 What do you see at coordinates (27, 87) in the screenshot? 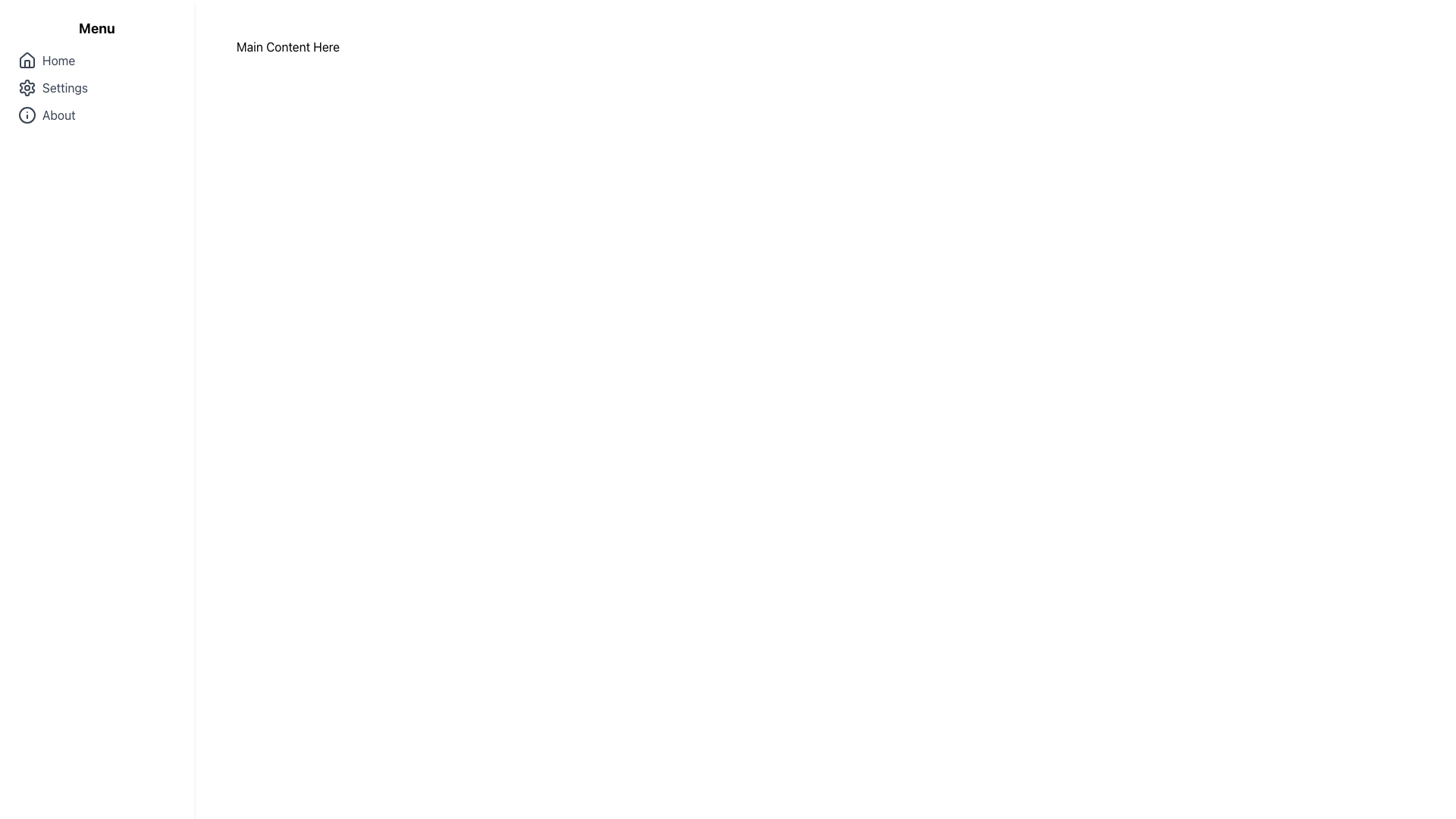
I see `the settings icon located in the left navigation menu, positioned second under the 'Home' icon and above the 'About' icon, which is associated with the 'Settings' label` at bounding box center [27, 87].